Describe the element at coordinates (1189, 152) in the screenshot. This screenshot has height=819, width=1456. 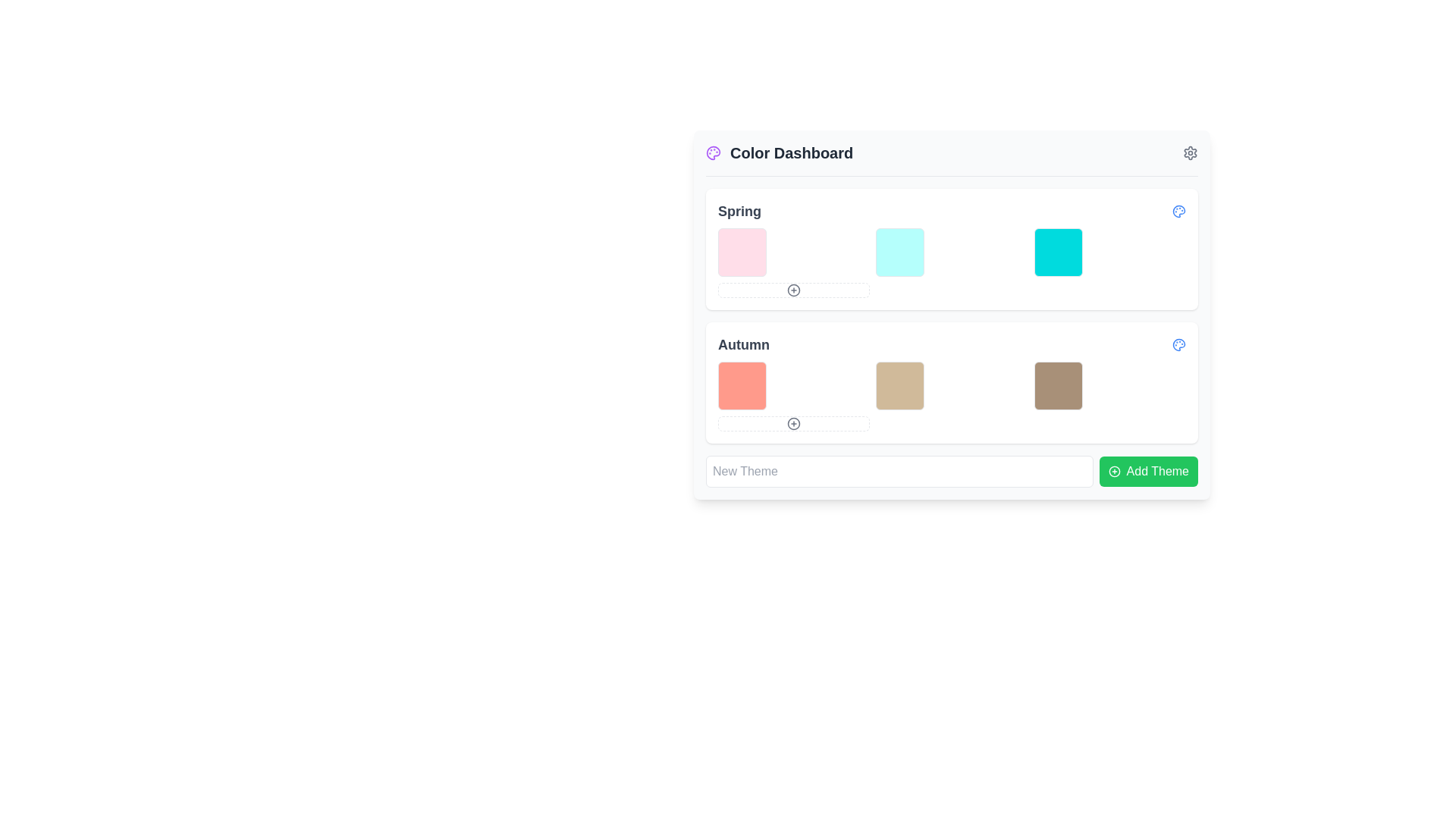
I see `the gear-shaped icon in gray at the top-right corner of the 'Color Dashboard' header` at that location.